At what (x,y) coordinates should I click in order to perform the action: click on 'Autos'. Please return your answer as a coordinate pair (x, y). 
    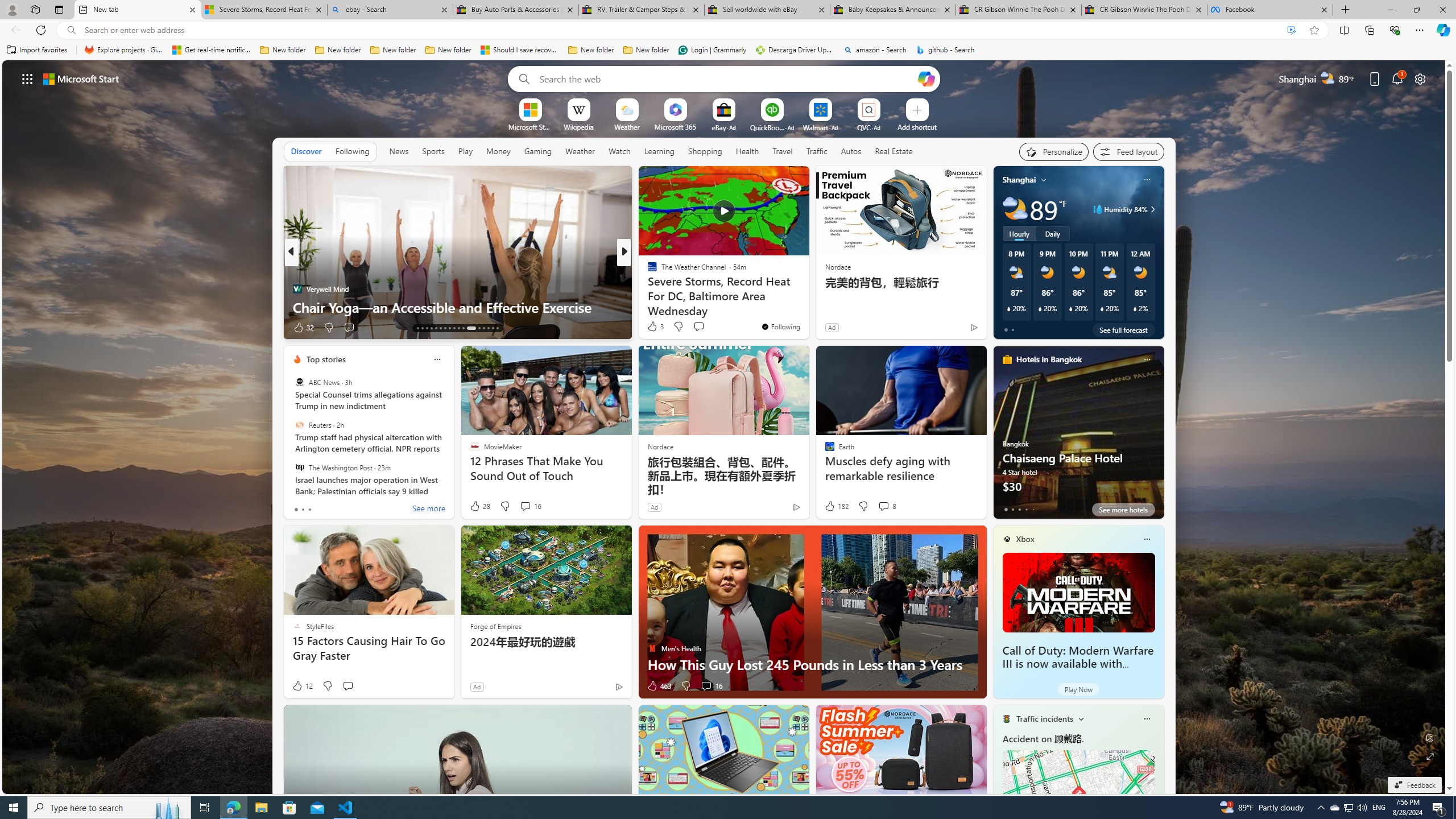
    Looking at the image, I should click on (851, 151).